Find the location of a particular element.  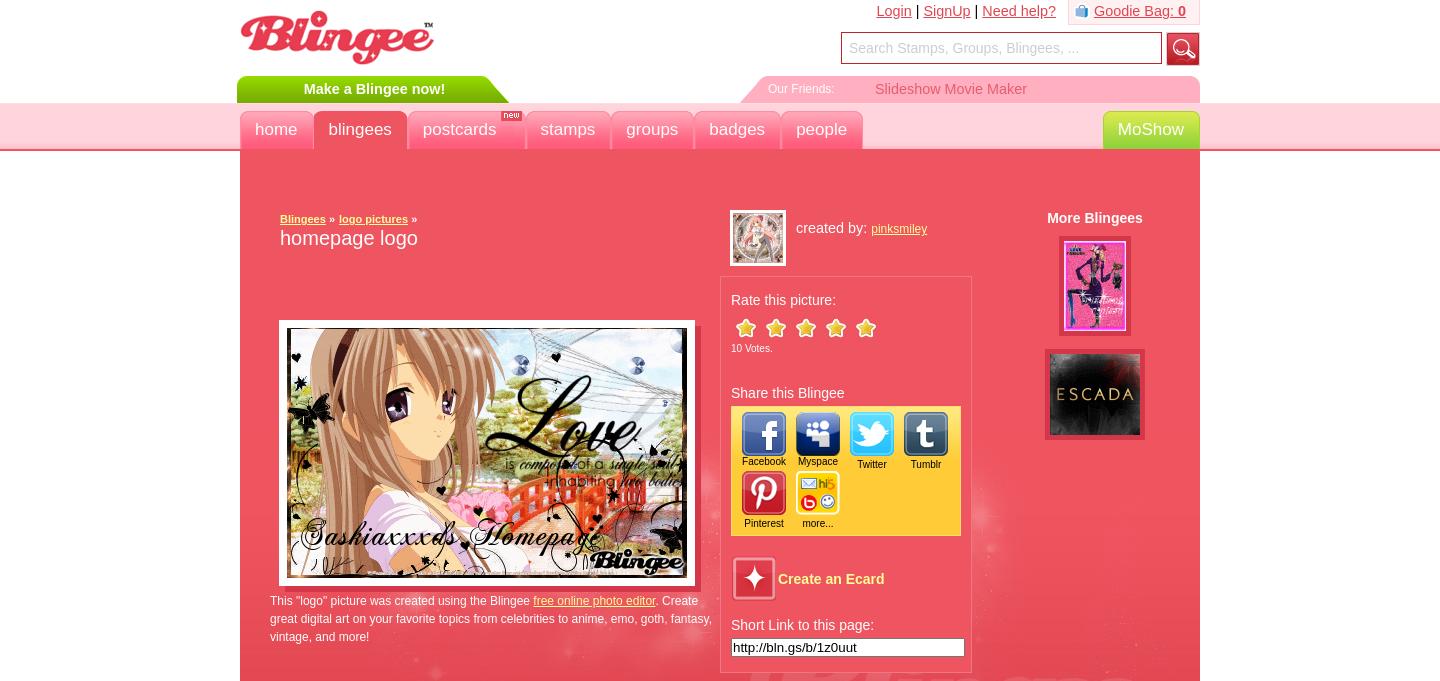

'Create an Ecard' is located at coordinates (831, 578).